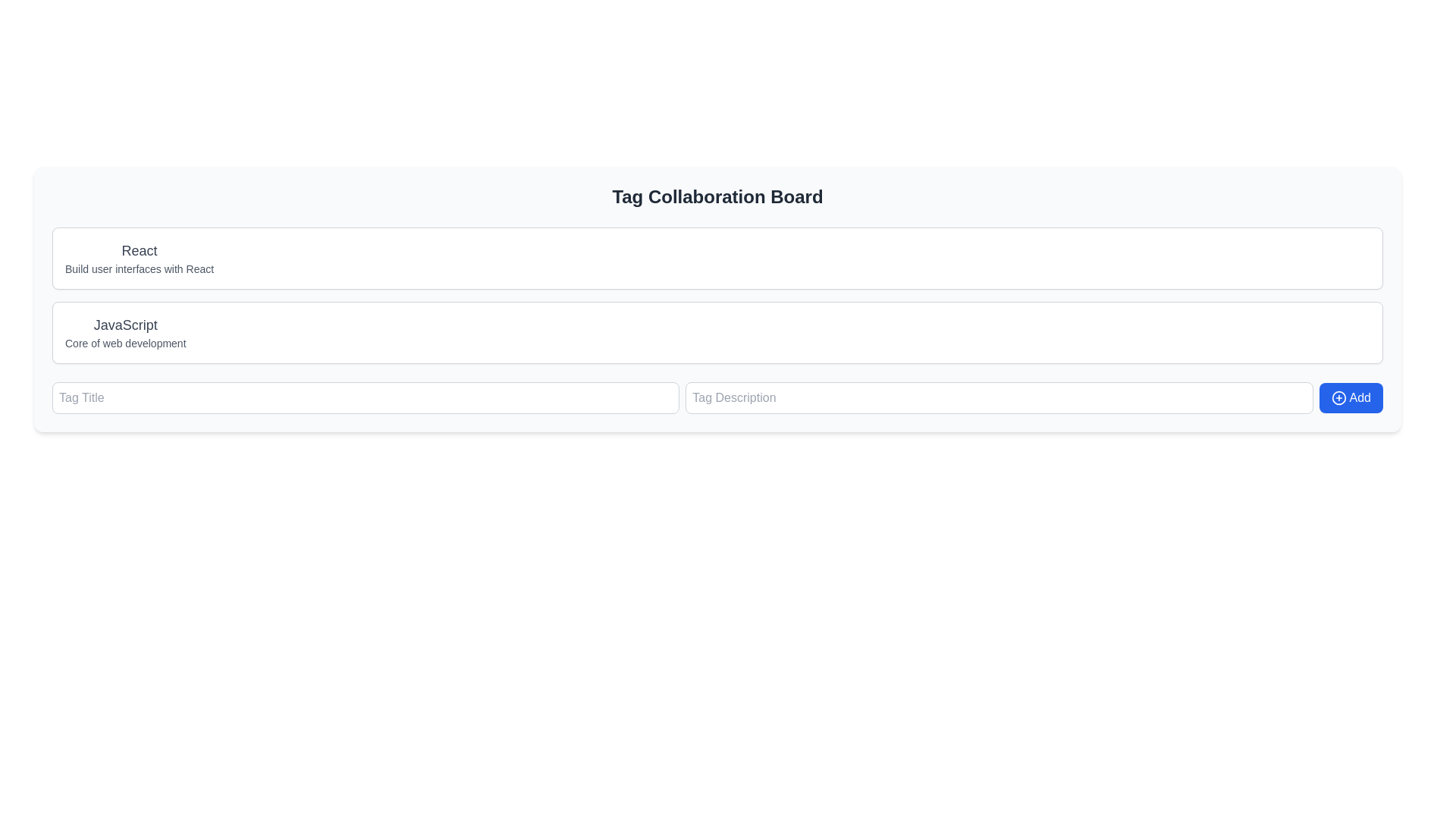  What do you see at coordinates (1351, 397) in the screenshot?
I see `the 'Add' button located at the bottom-right corner of the interface` at bounding box center [1351, 397].